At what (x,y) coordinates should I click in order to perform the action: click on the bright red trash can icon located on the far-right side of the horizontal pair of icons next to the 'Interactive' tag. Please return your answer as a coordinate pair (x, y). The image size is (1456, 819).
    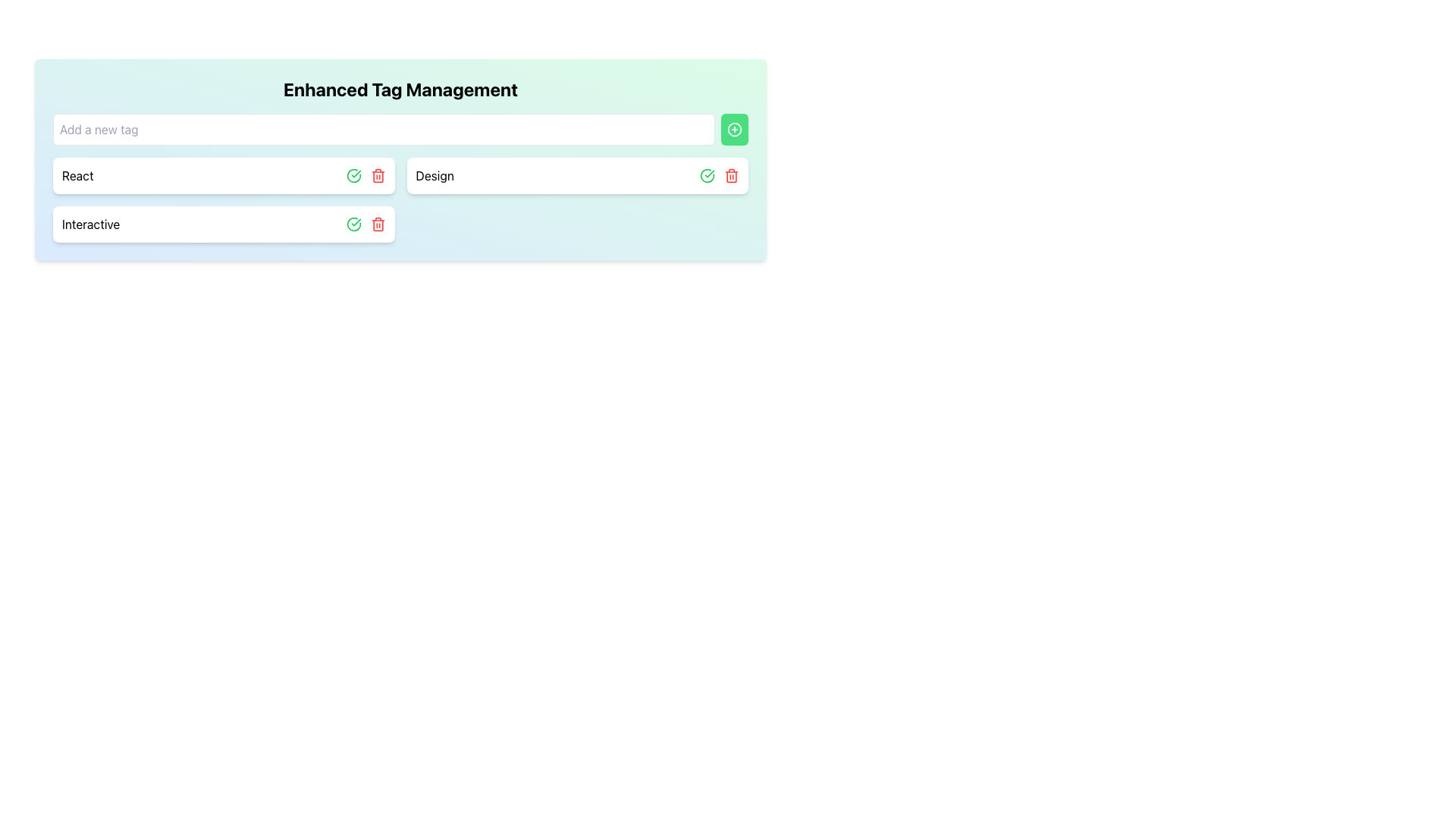
    Looking at the image, I should click on (378, 224).